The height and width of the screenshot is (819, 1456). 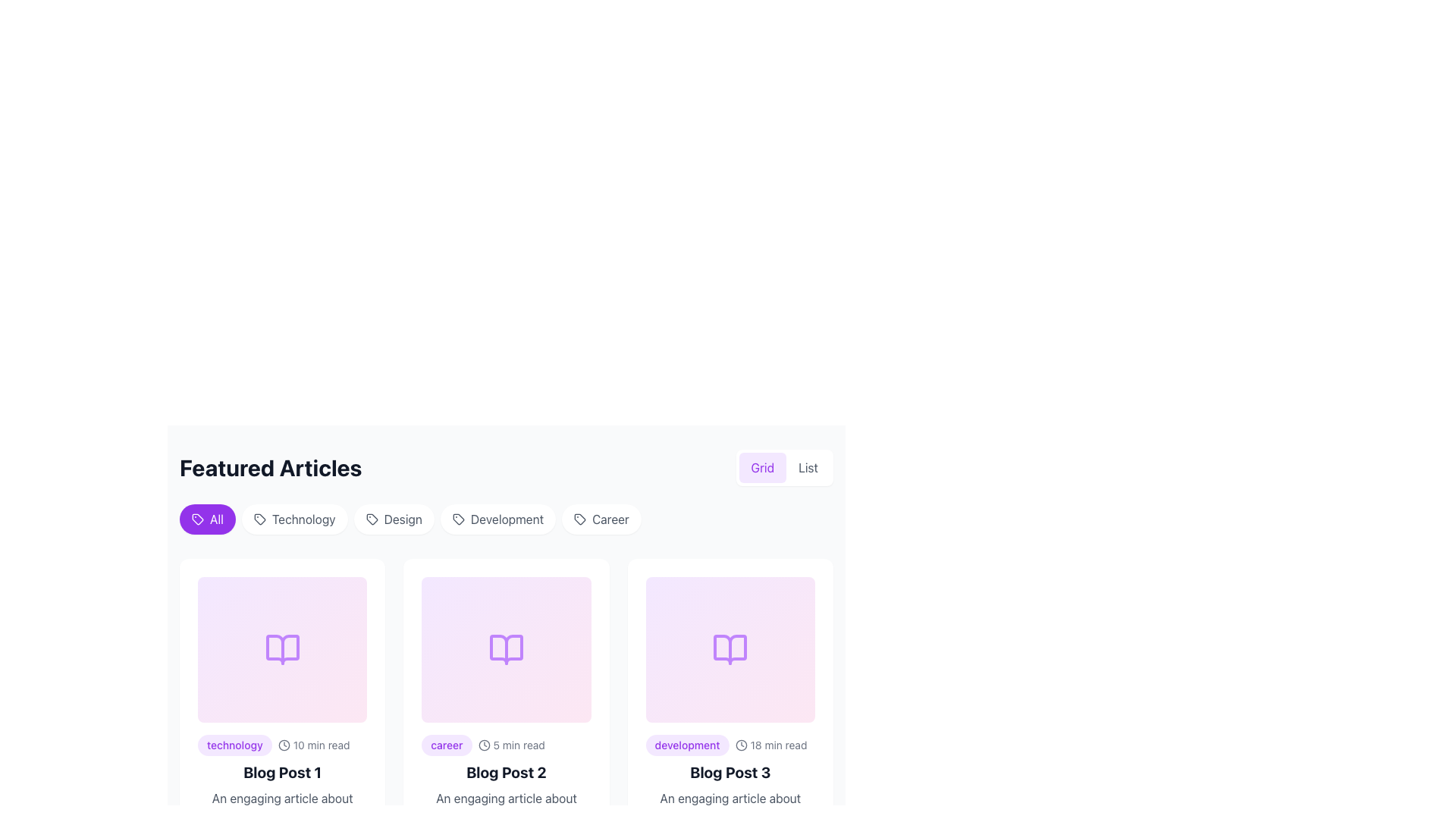 What do you see at coordinates (294, 519) in the screenshot?
I see `the category filter button that filters content` at bounding box center [294, 519].